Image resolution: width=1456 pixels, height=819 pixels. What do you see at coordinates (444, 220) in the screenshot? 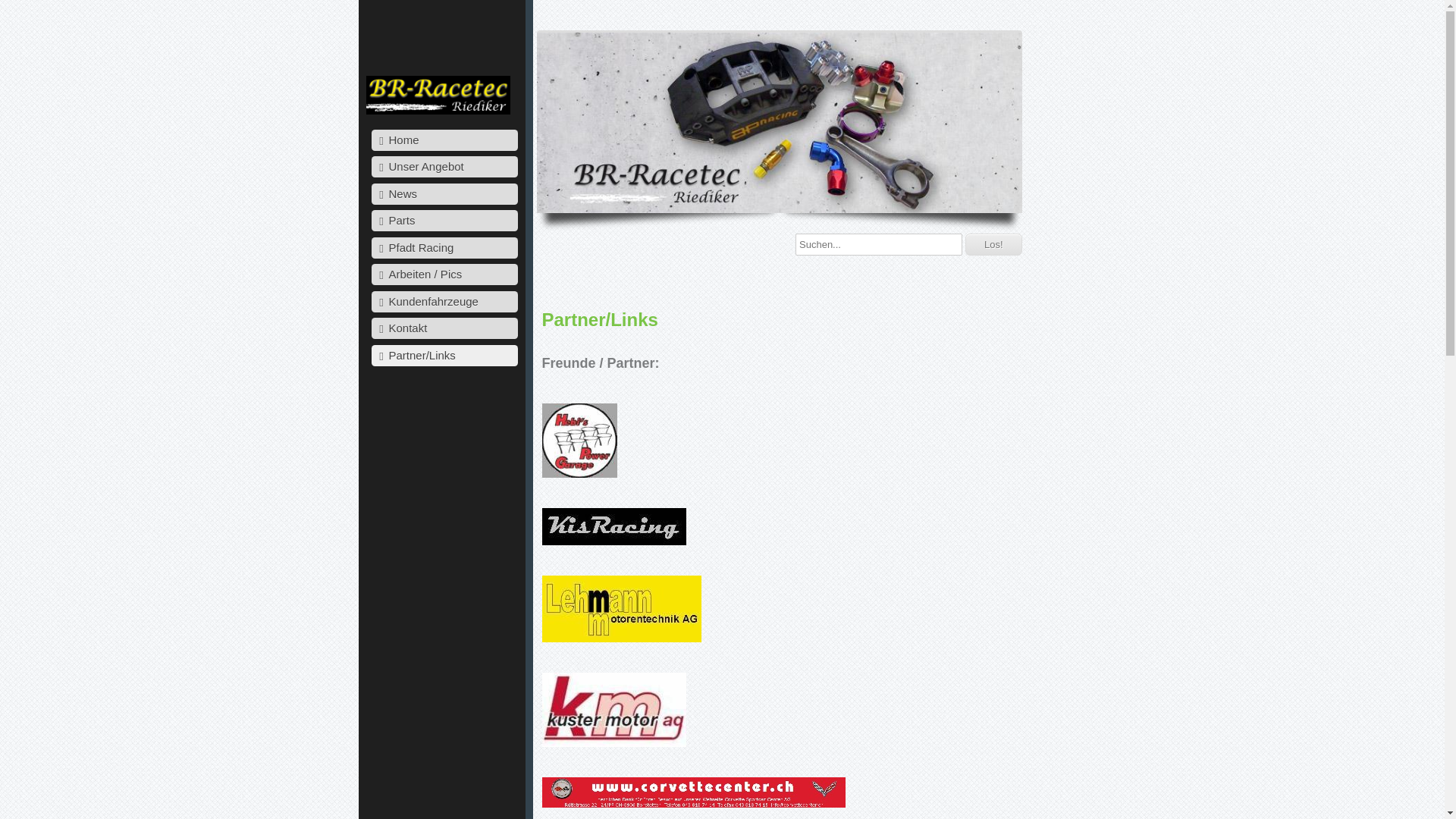
I see `'Parts'` at bounding box center [444, 220].